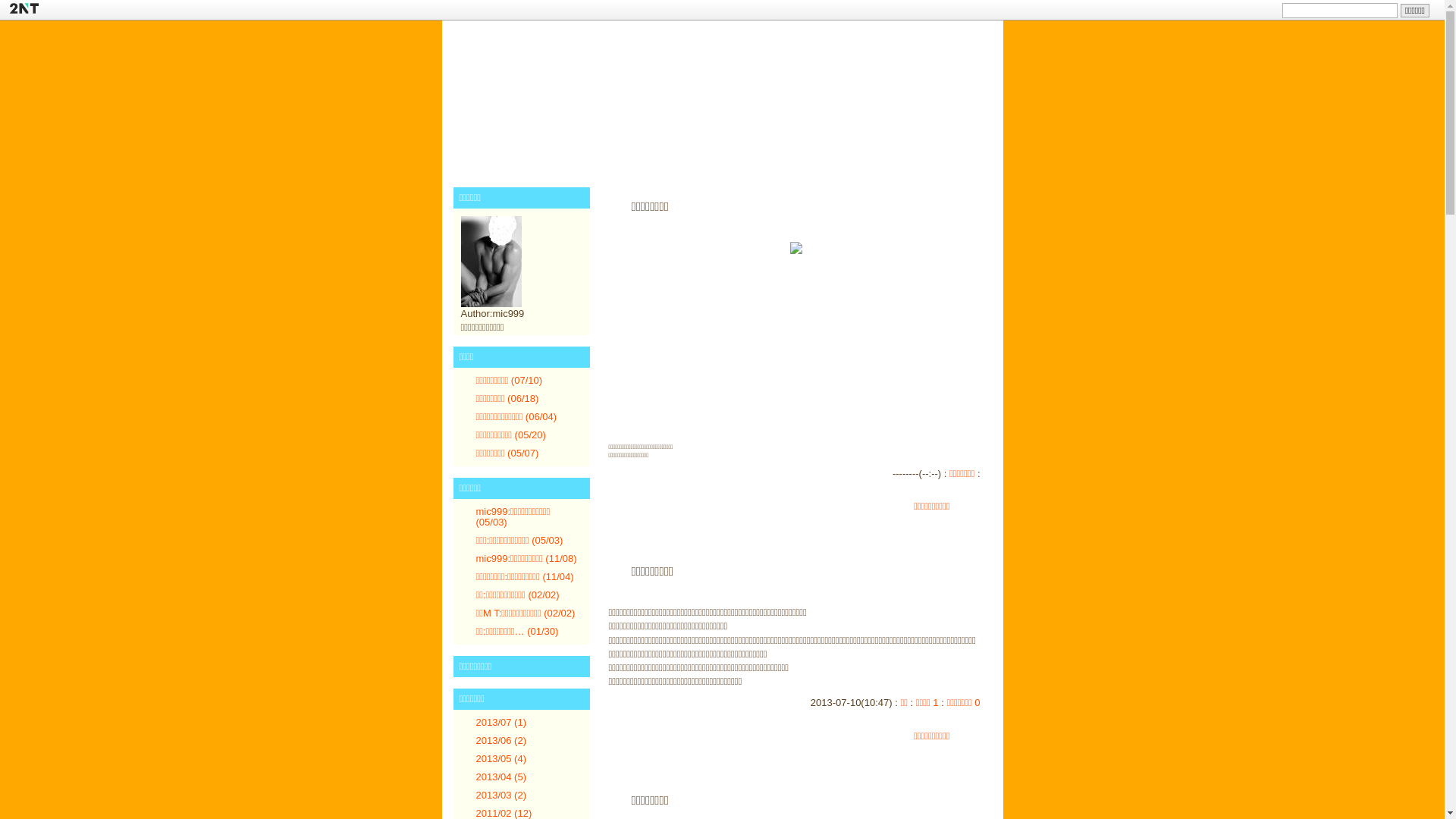 Image resolution: width=1456 pixels, height=819 pixels. What do you see at coordinates (501, 739) in the screenshot?
I see `'2013/06 (2)'` at bounding box center [501, 739].